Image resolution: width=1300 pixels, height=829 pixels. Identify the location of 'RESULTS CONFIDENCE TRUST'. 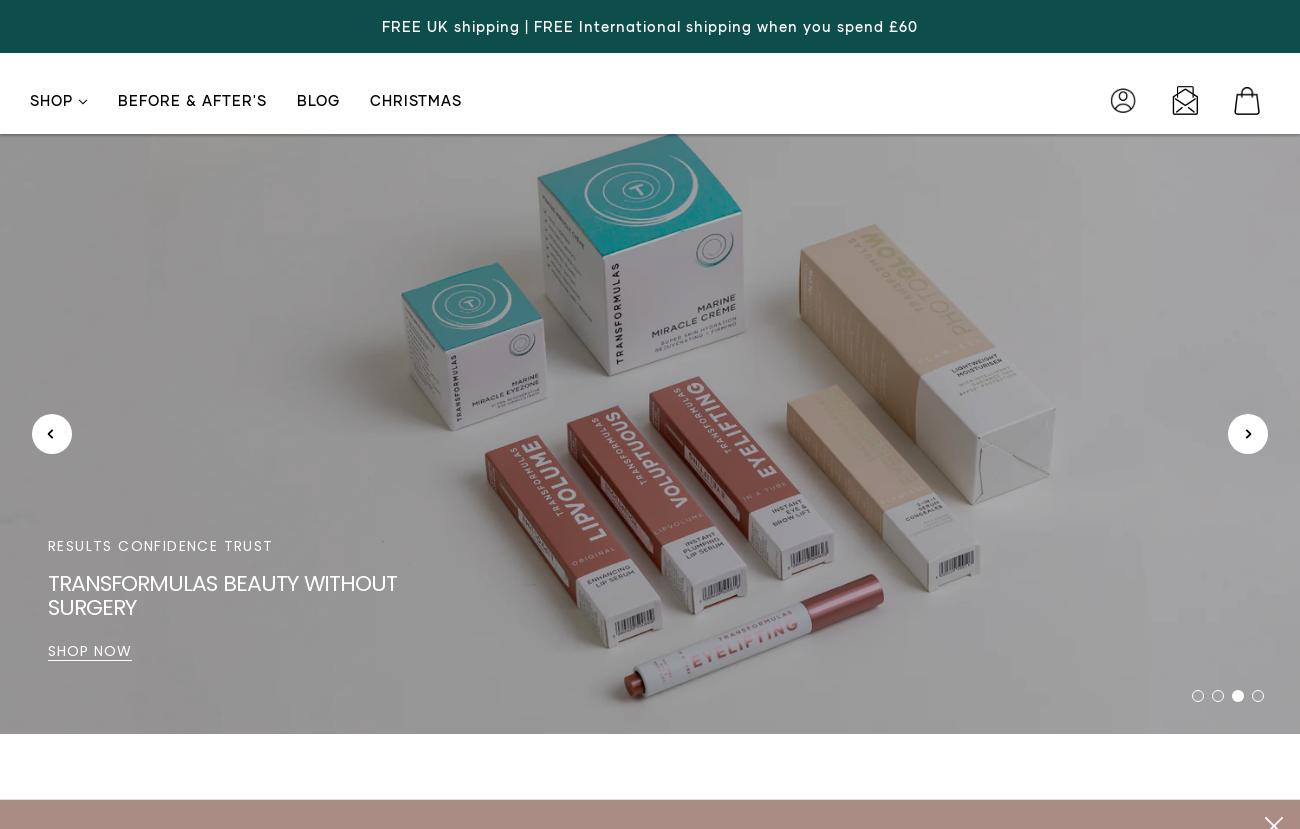
(159, 544).